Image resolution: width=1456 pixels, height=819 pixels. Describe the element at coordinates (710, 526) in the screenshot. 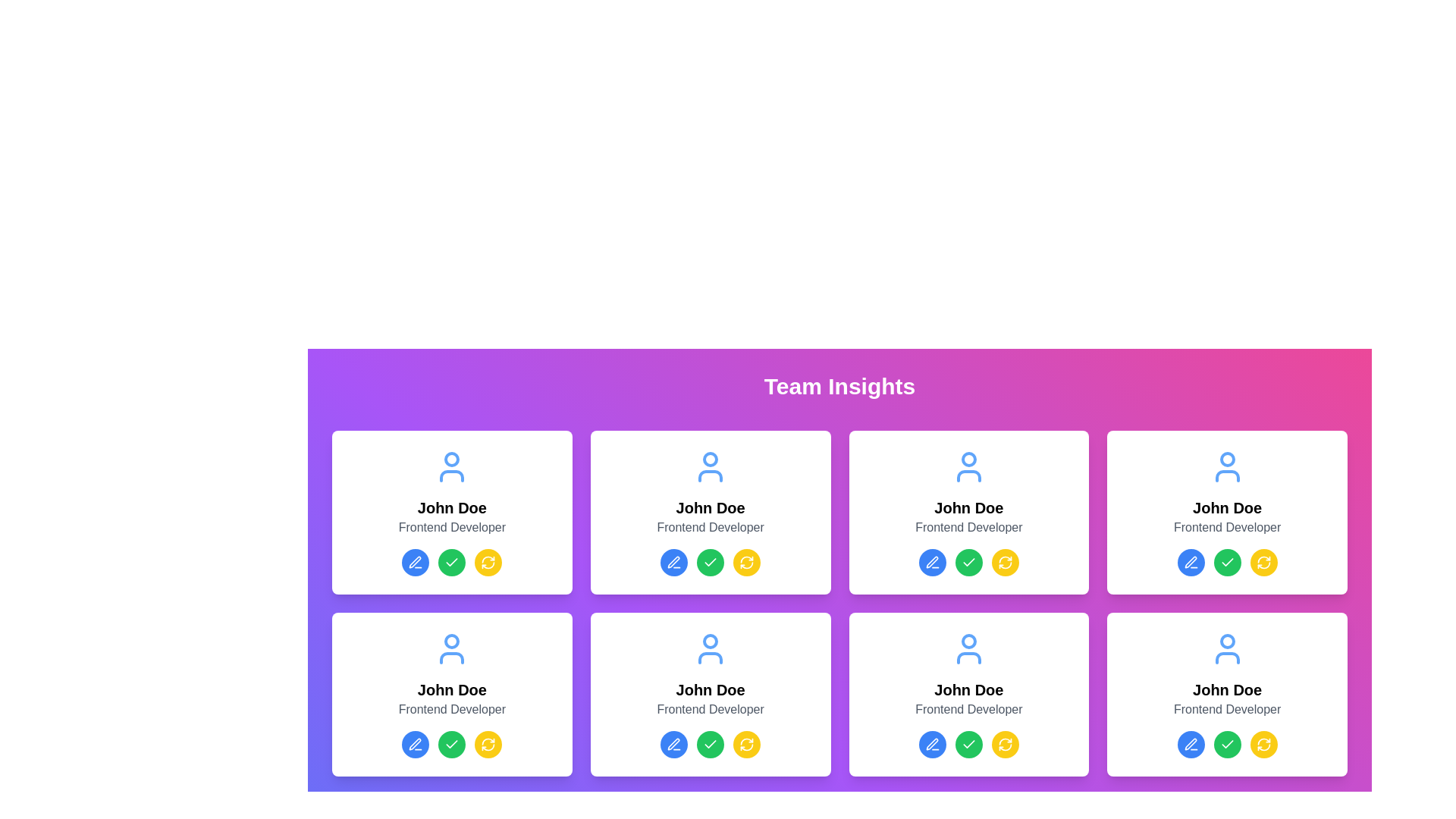

I see `the Text Label indicating the role 'Frontend Developer' below the name 'John Doe' in the central card of the grid layout` at that location.